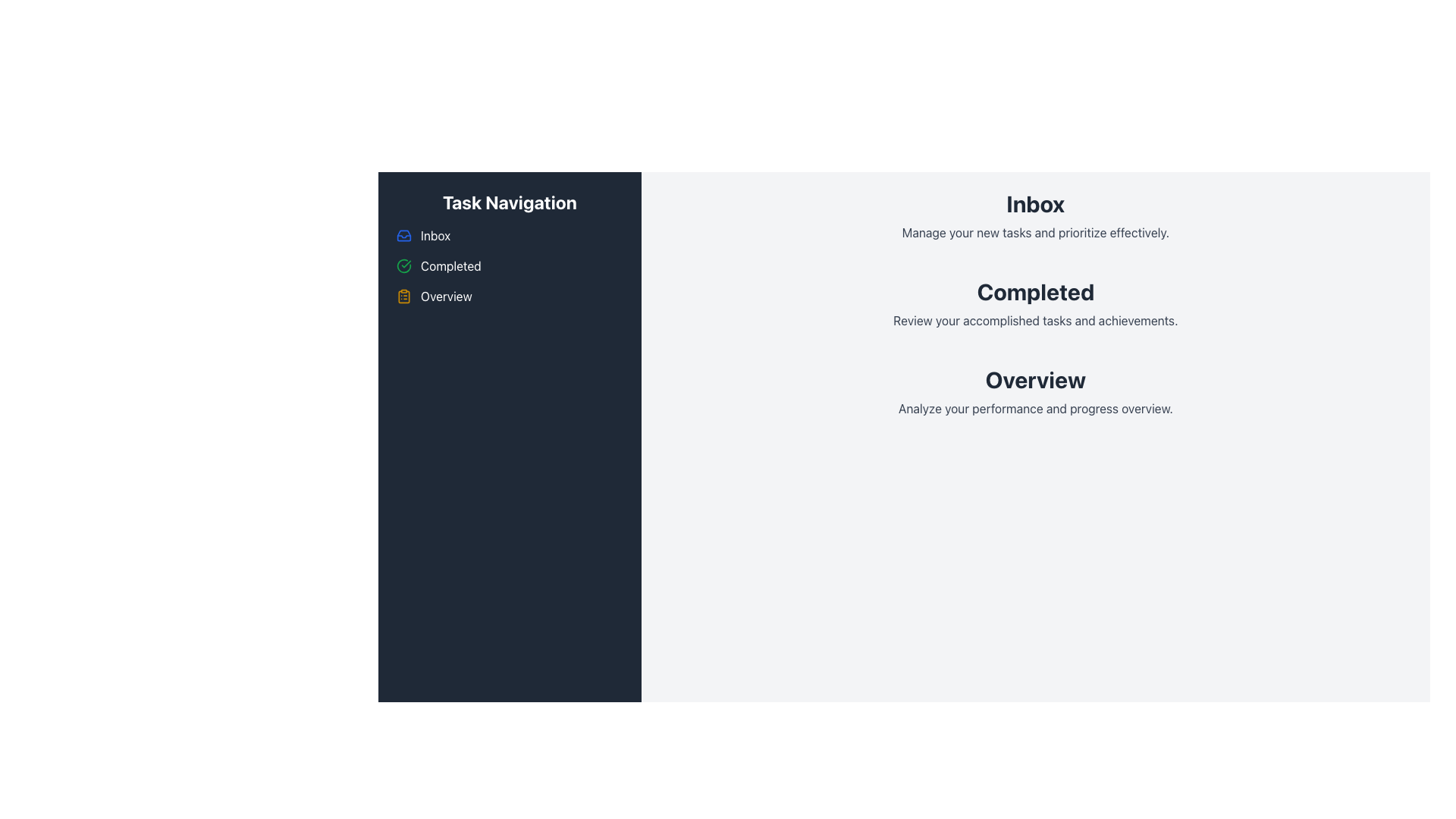 The height and width of the screenshot is (819, 1456). Describe the element at coordinates (435, 236) in the screenshot. I see `the first hyperlink in the left sidebar navigation menu under 'Task Navigation'` at that location.